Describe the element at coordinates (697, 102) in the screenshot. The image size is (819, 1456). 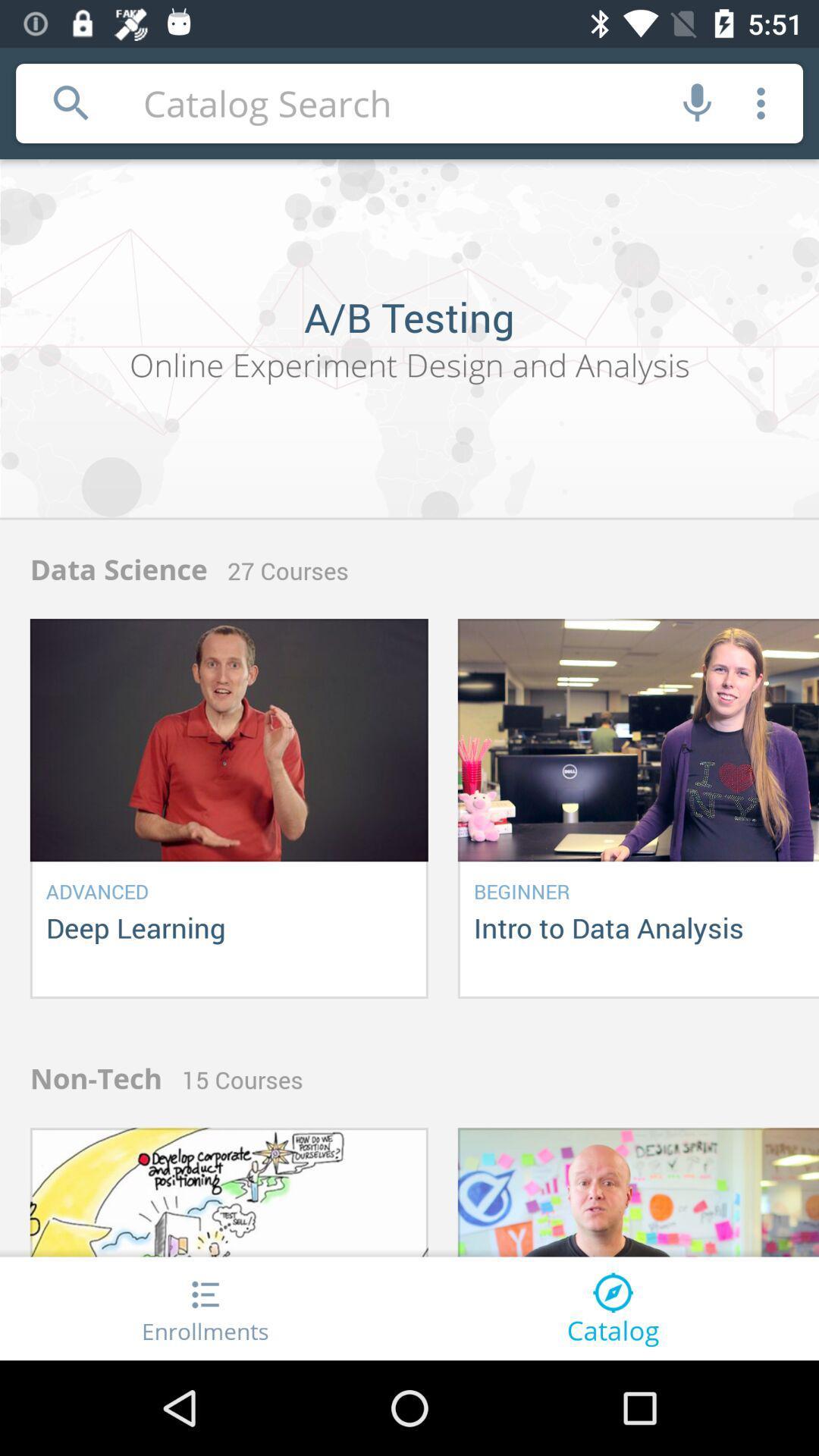
I see `speech to text mode` at that location.